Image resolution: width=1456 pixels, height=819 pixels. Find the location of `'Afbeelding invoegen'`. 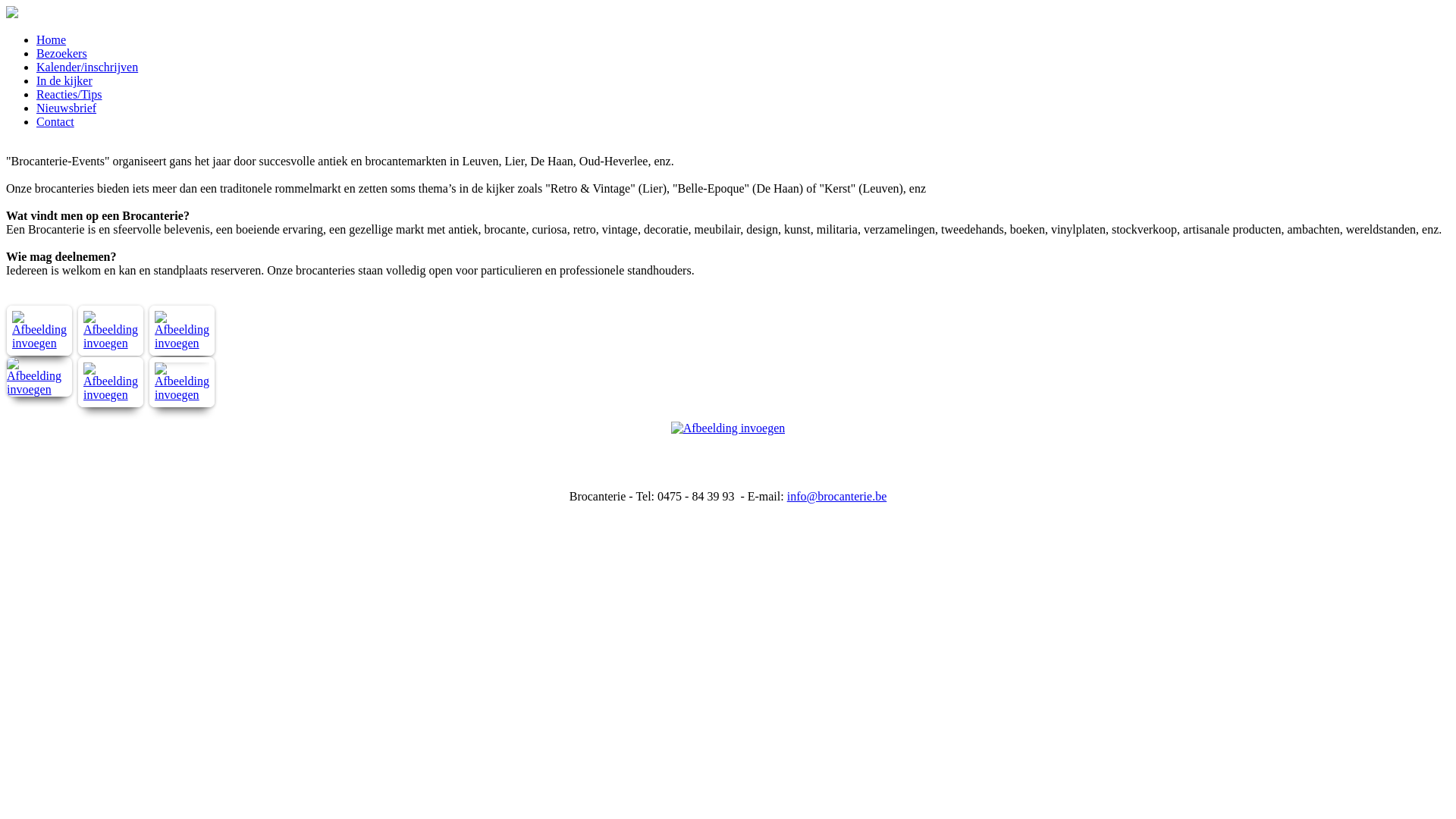

'Afbeelding invoegen' is located at coordinates (39, 388).